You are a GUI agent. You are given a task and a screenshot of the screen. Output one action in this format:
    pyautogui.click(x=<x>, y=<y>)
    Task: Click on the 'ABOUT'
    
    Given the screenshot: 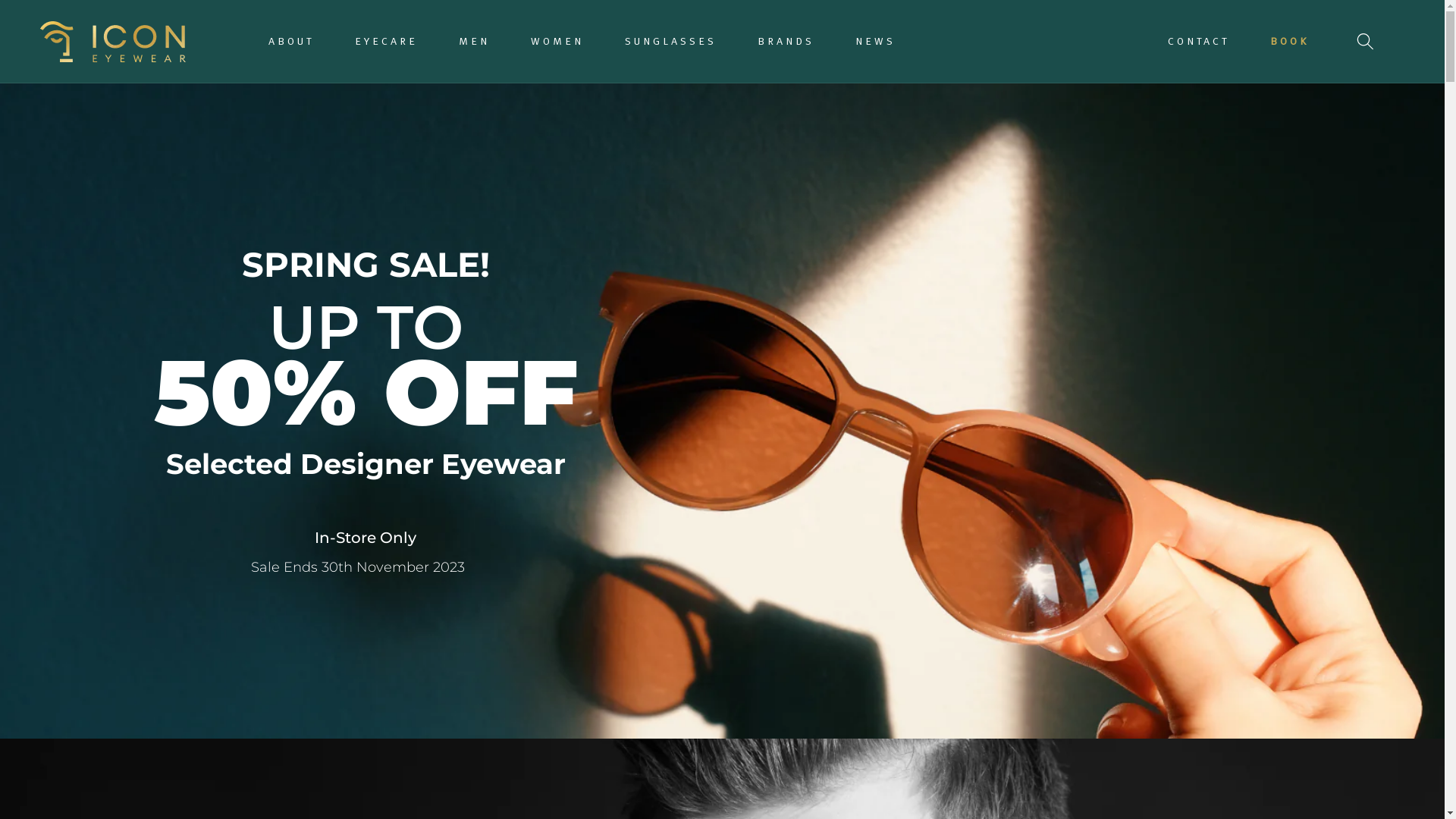 What is the action you would take?
    pyautogui.click(x=291, y=40)
    